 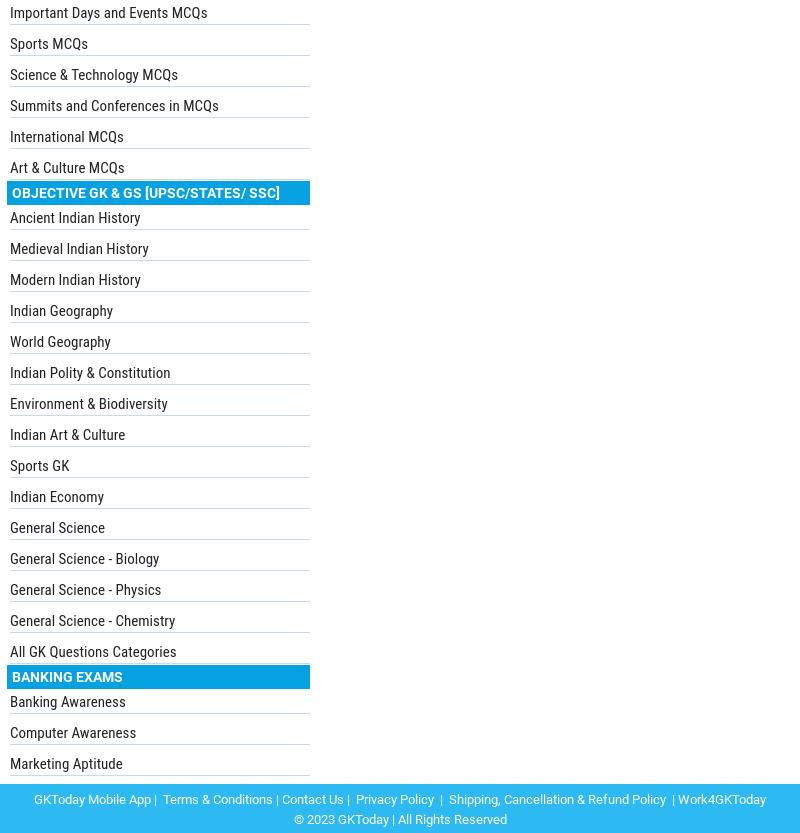 What do you see at coordinates (67, 432) in the screenshot?
I see `'Indian Art & Culture'` at bounding box center [67, 432].